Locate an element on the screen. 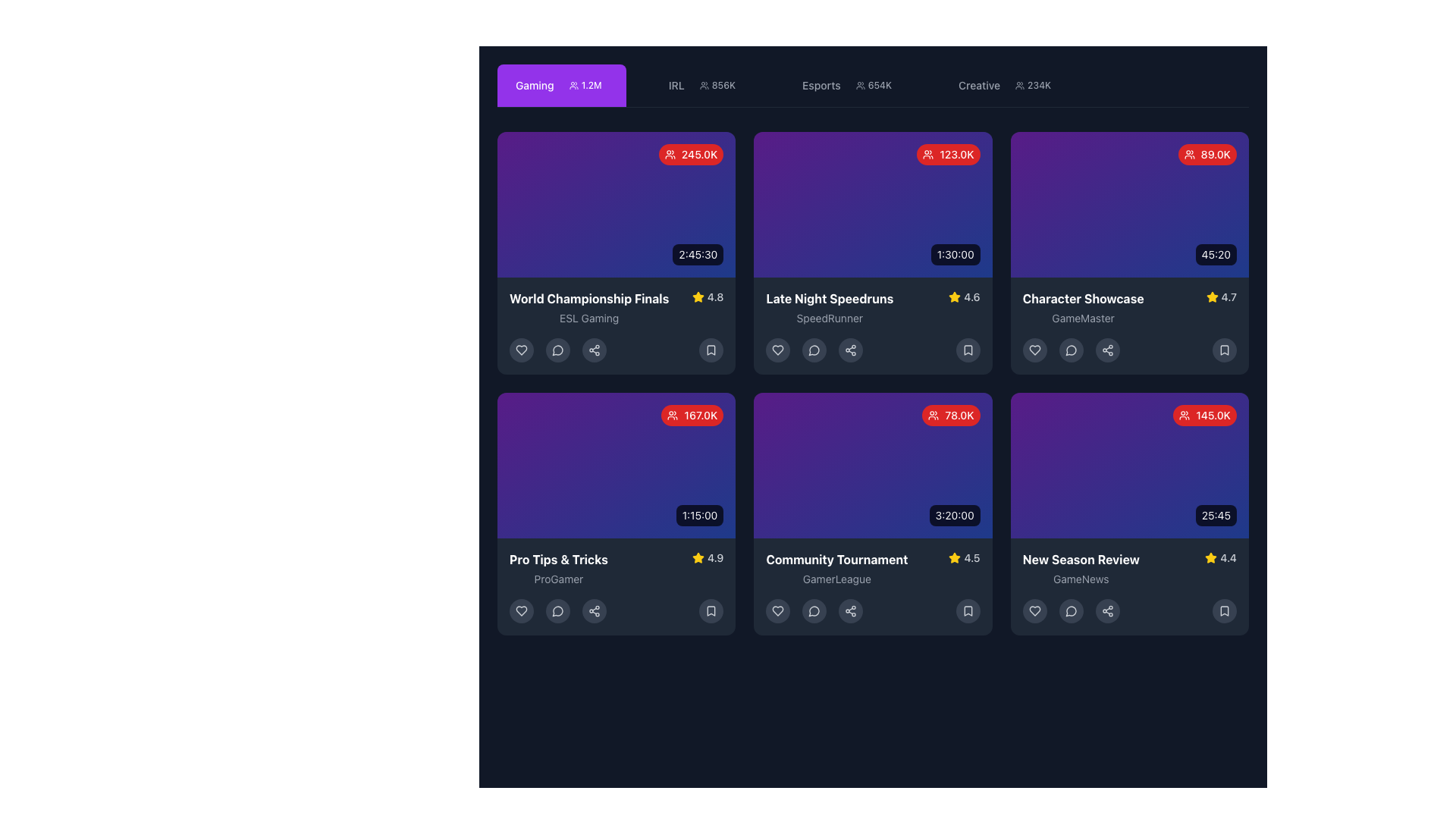  the small circular button with a dark gray background and a white chat bubble icon located in the bottom row of the 'Character Showcase' card is located at coordinates (1070, 350).